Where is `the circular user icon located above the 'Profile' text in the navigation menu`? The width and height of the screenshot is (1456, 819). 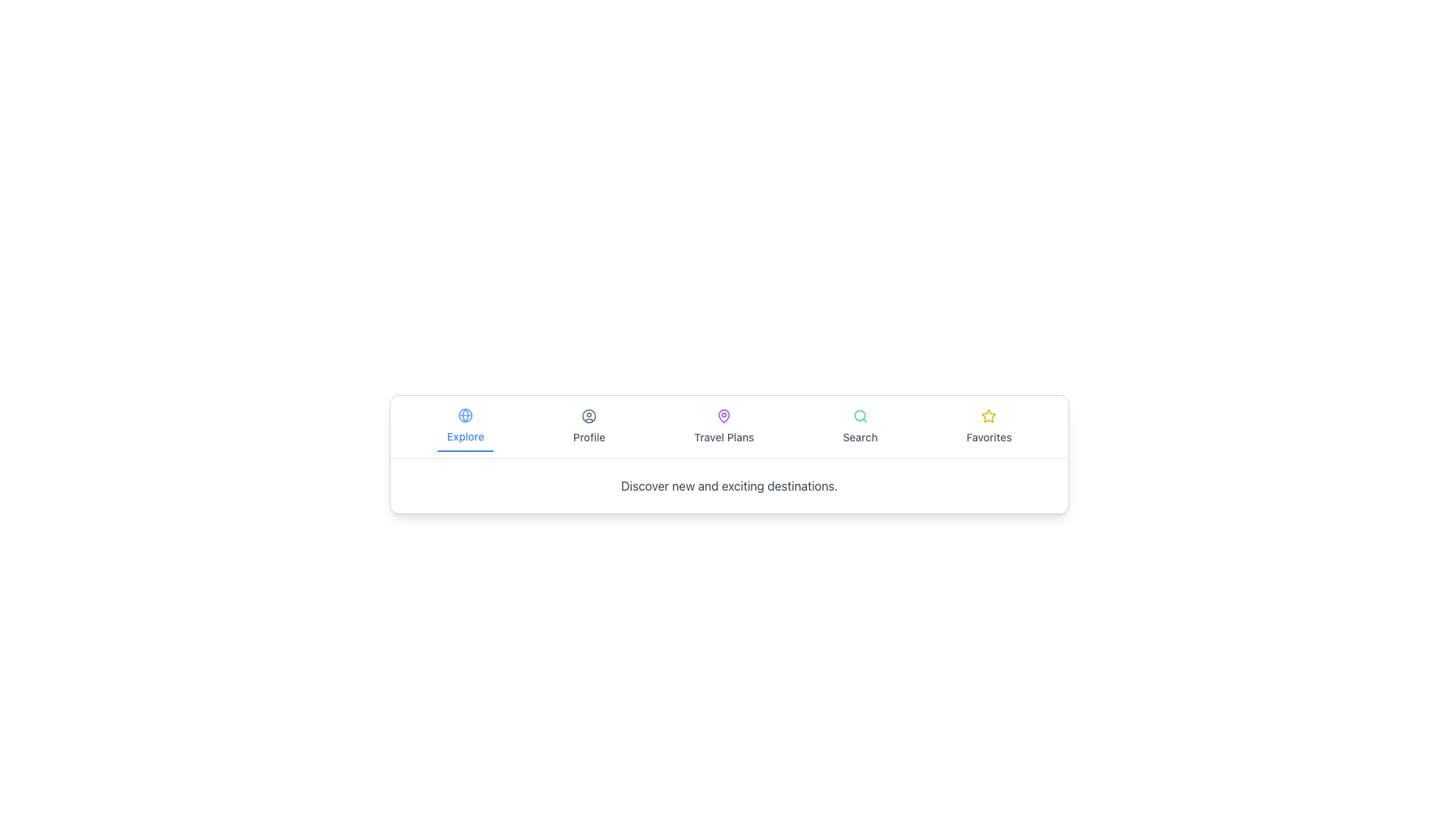
the circular user icon located above the 'Profile' text in the navigation menu is located at coordinates (588, 416).